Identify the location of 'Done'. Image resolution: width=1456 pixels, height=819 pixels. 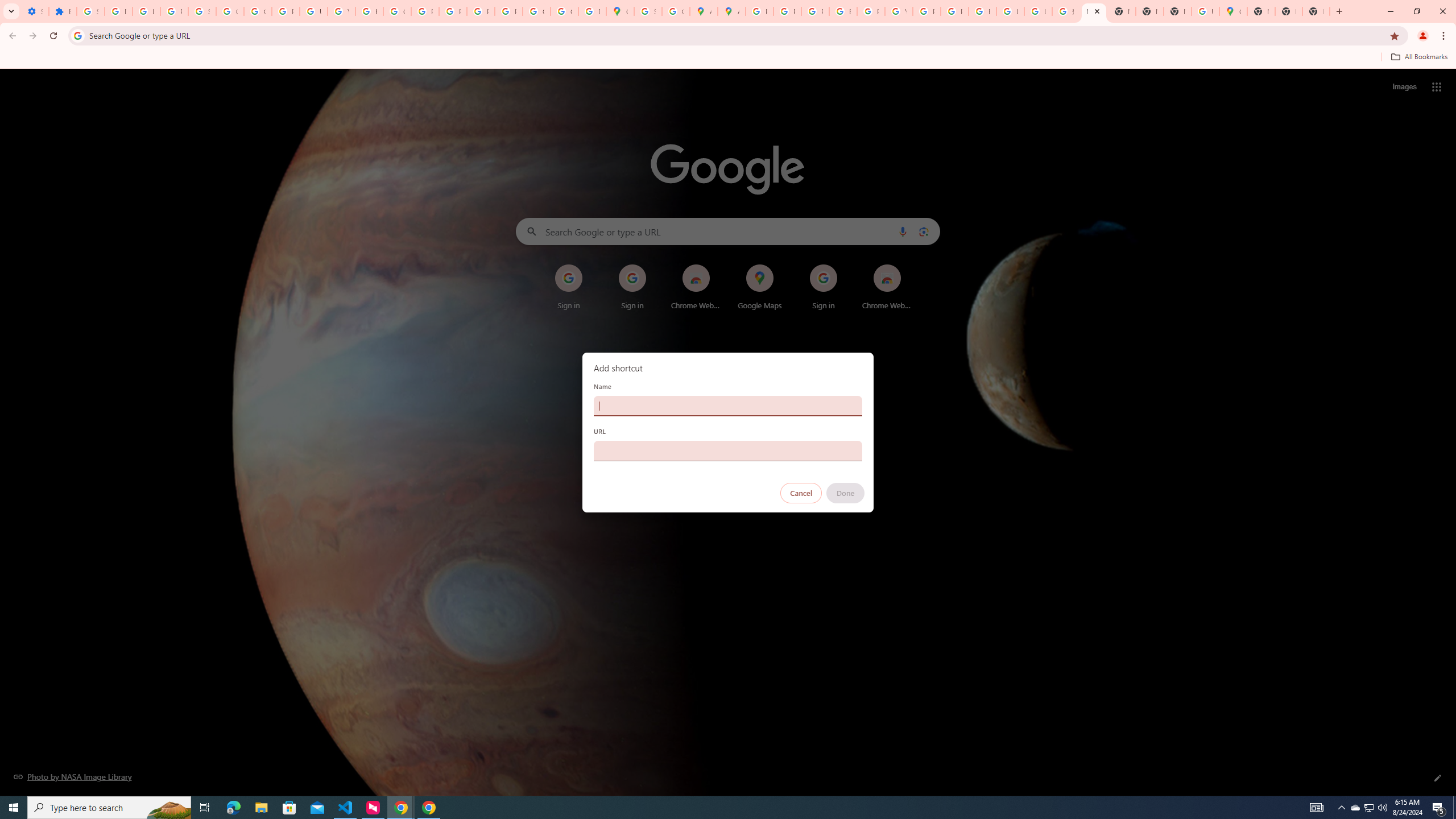
(846, 493).